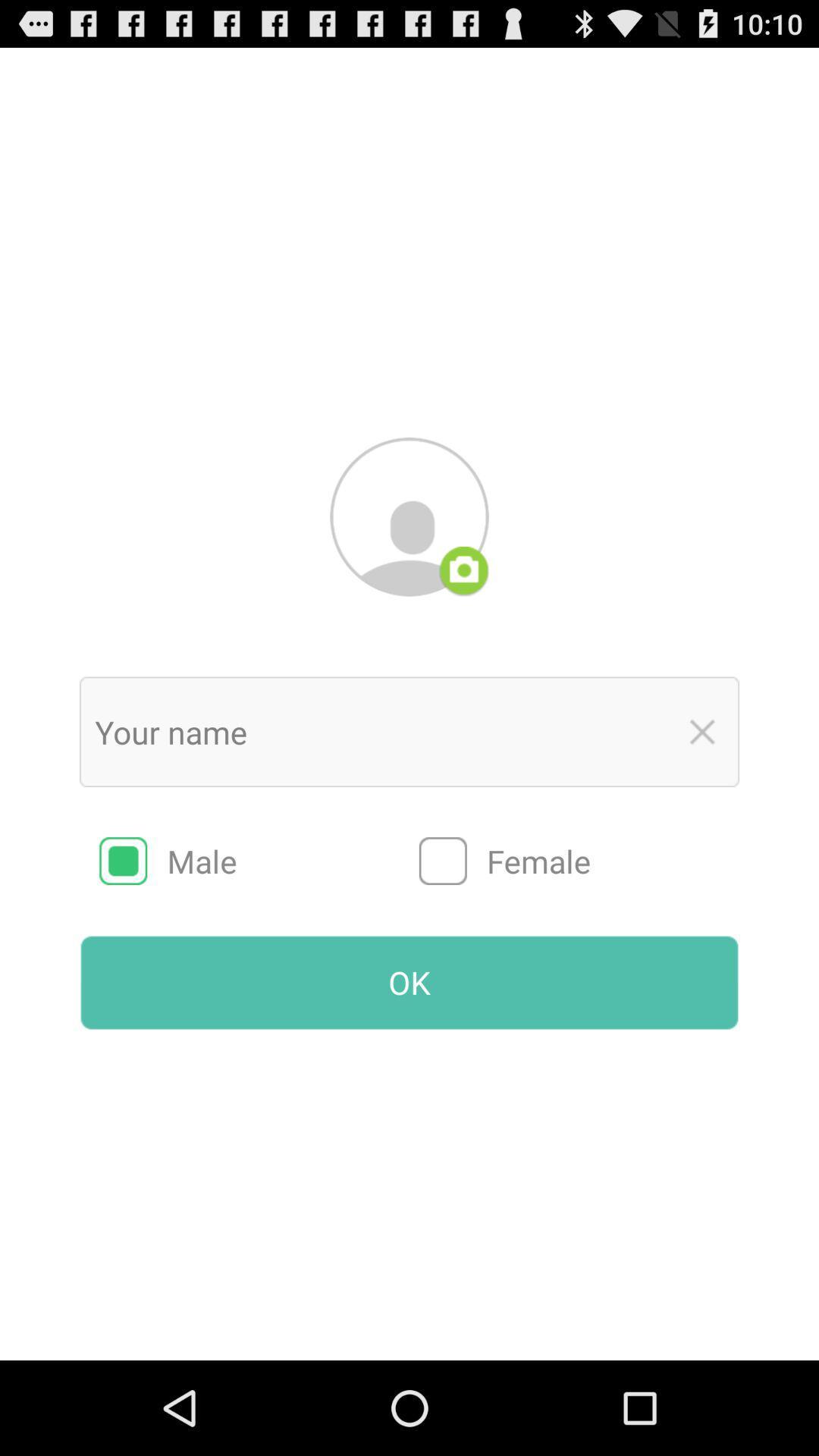 The height and width of the screenshot is (1456, 819). What do you see at coordinates (579, 861) in the screenshot?
I see `the item above the ok` at bounding box center [579, 861].